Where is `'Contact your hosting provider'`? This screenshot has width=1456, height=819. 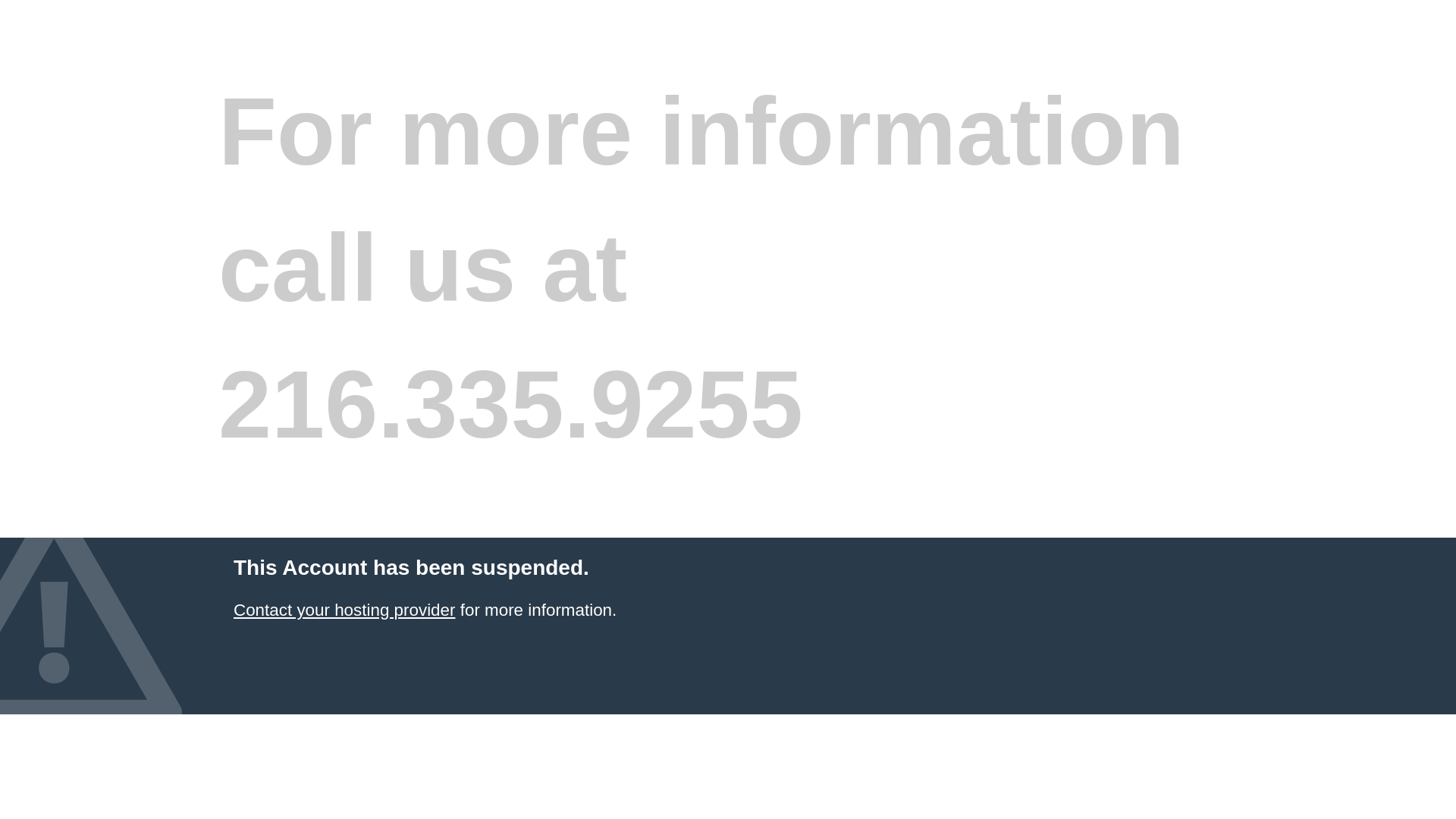
'Contact your hosting provider' is located at coordinates (344, 609).